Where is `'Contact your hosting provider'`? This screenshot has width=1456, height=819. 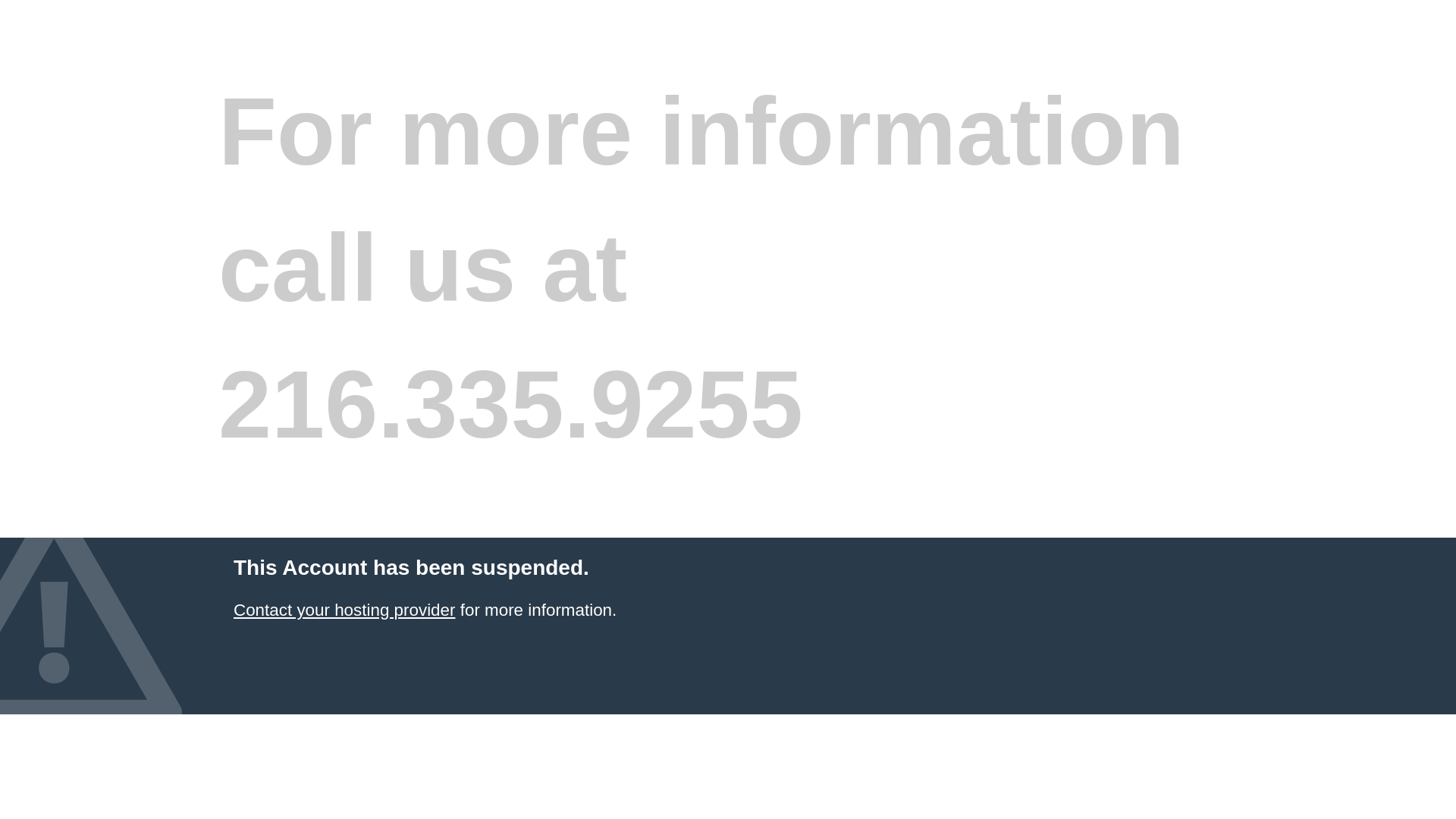
'Contact your hosting provider' is located at coordinates (344, 609).